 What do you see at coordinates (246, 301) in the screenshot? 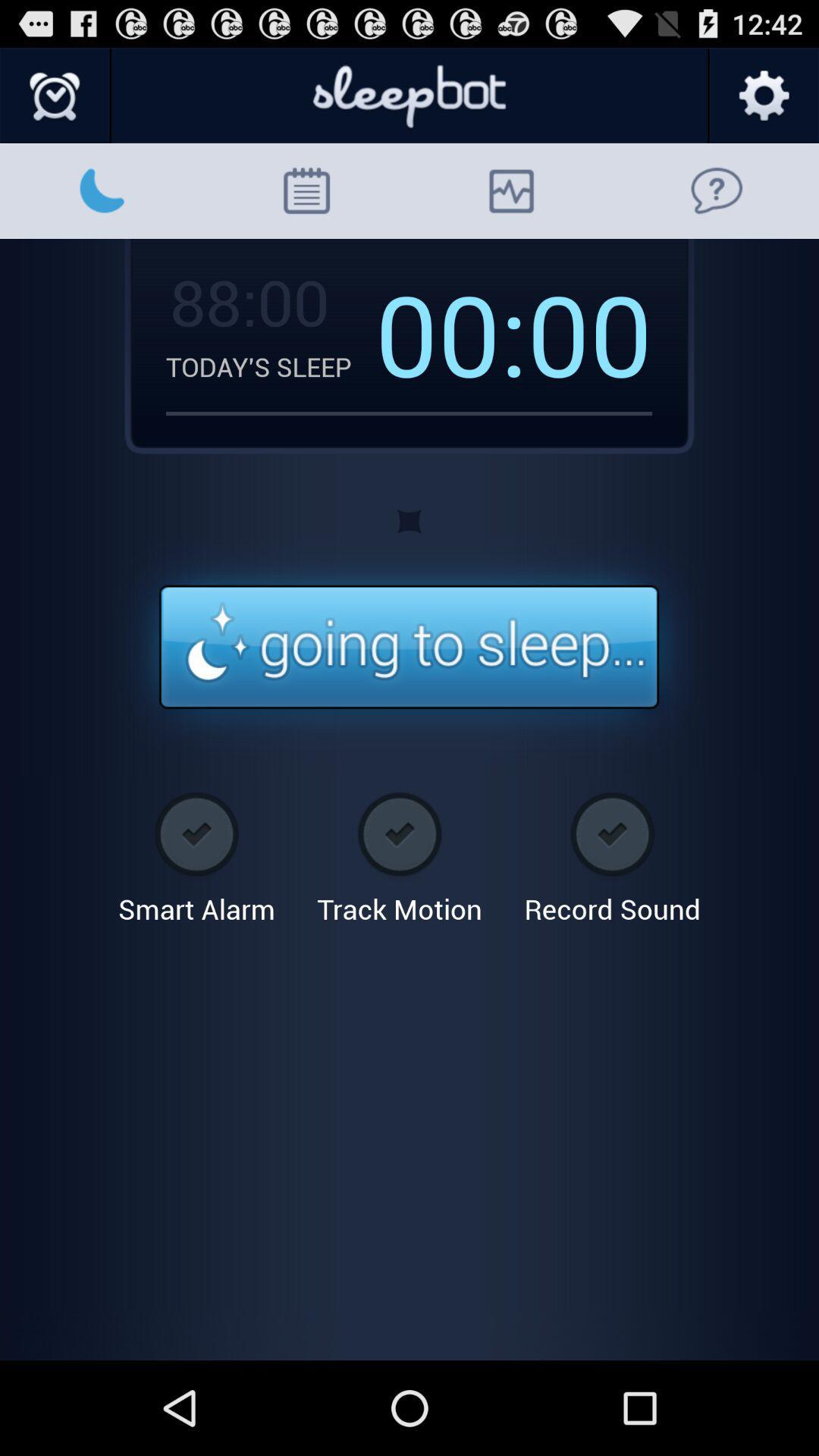
I see `icon to the left of the 00: app` at bounding box center [246, 301].